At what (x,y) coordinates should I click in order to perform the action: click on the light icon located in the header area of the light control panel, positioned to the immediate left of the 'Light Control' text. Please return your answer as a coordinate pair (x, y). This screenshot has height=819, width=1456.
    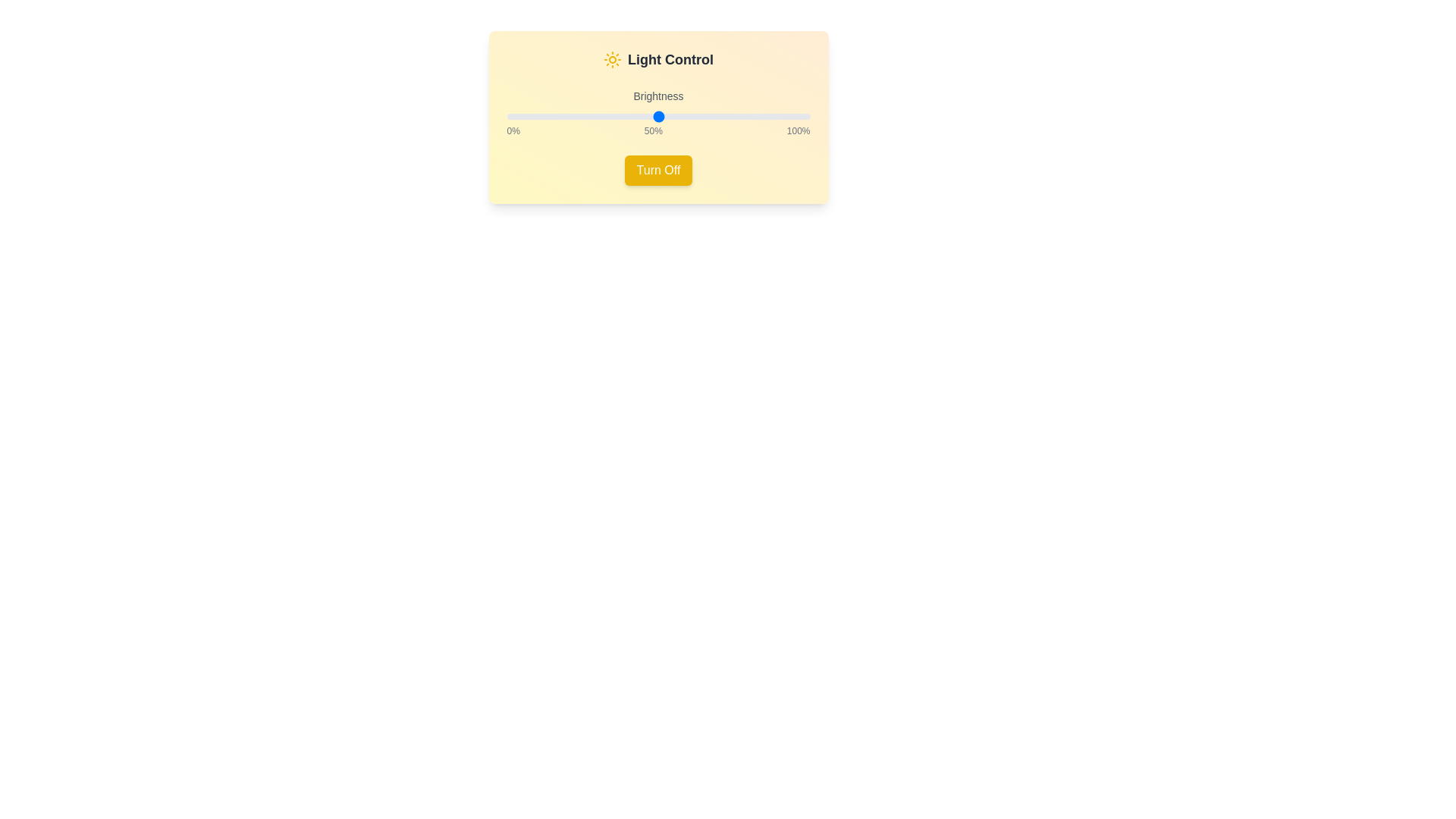
    Looking at the image, I should click on (612, 58).